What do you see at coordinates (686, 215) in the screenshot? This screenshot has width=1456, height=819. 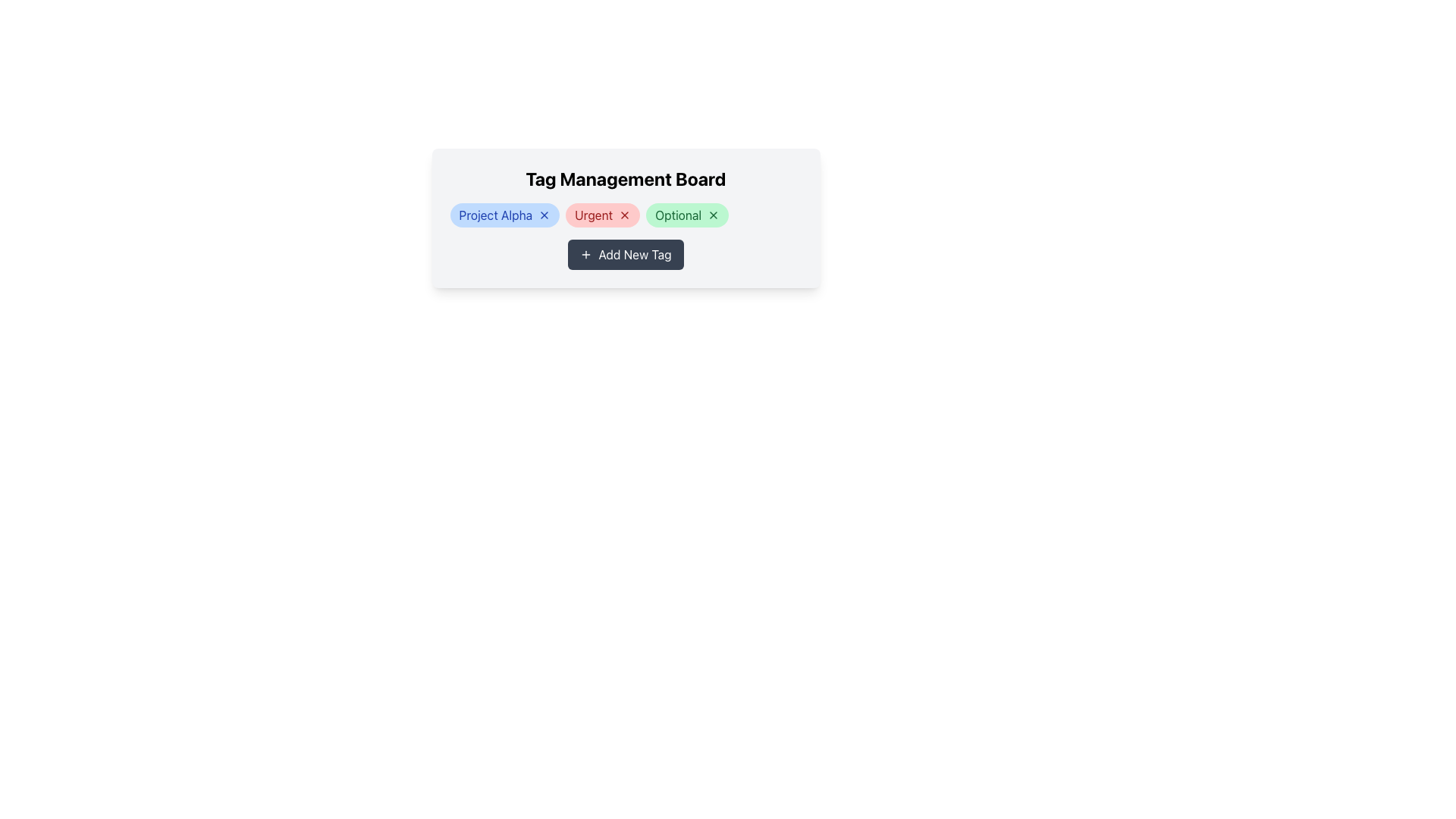 I see `label 'Optional' from the dismissible tag component, which is a green pill-shaped tag with a close button, located below the 'Tag Management Board' heading` at bounding box center [686, 215].